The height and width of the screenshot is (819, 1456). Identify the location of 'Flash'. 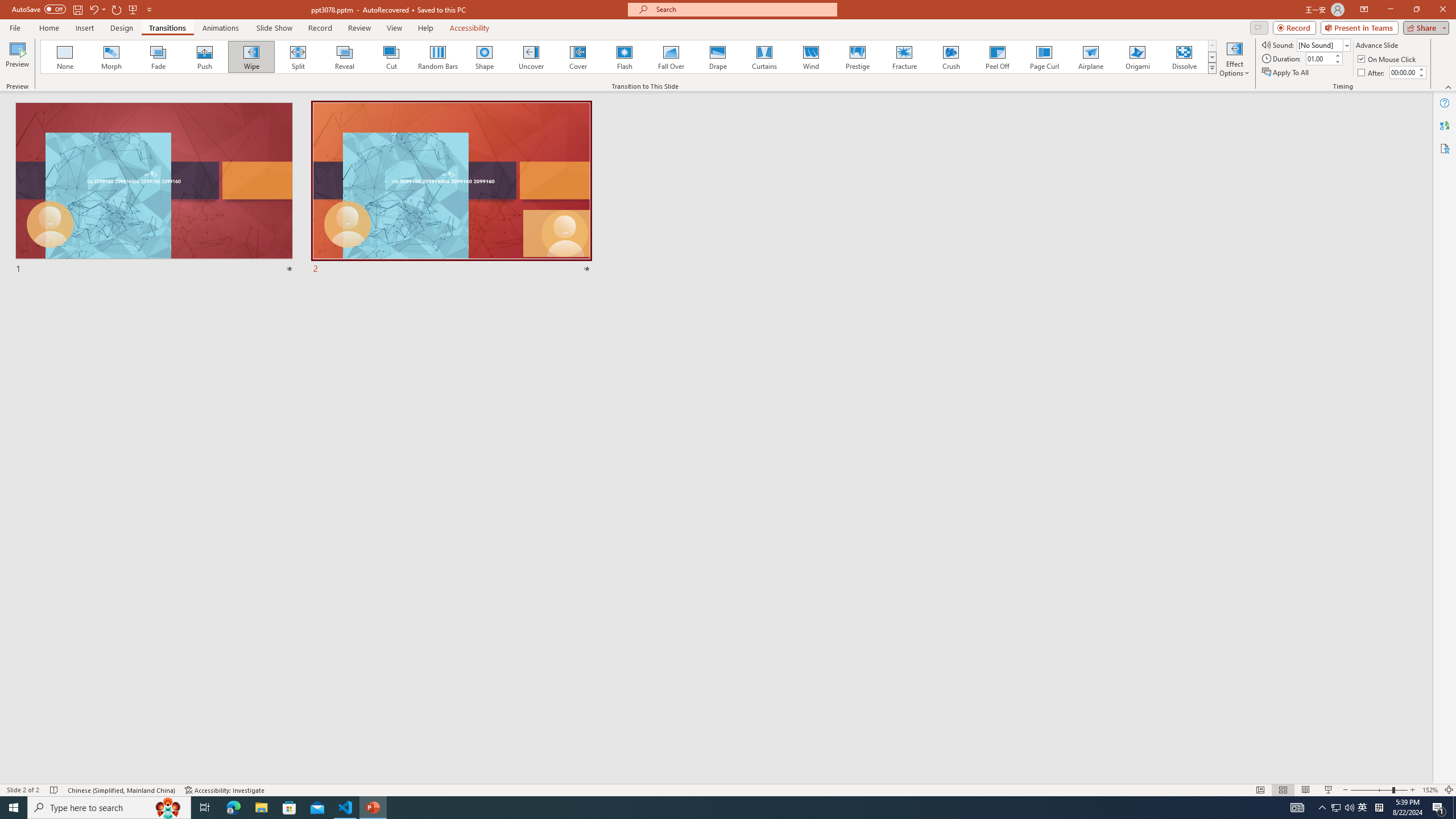
(624, 56).